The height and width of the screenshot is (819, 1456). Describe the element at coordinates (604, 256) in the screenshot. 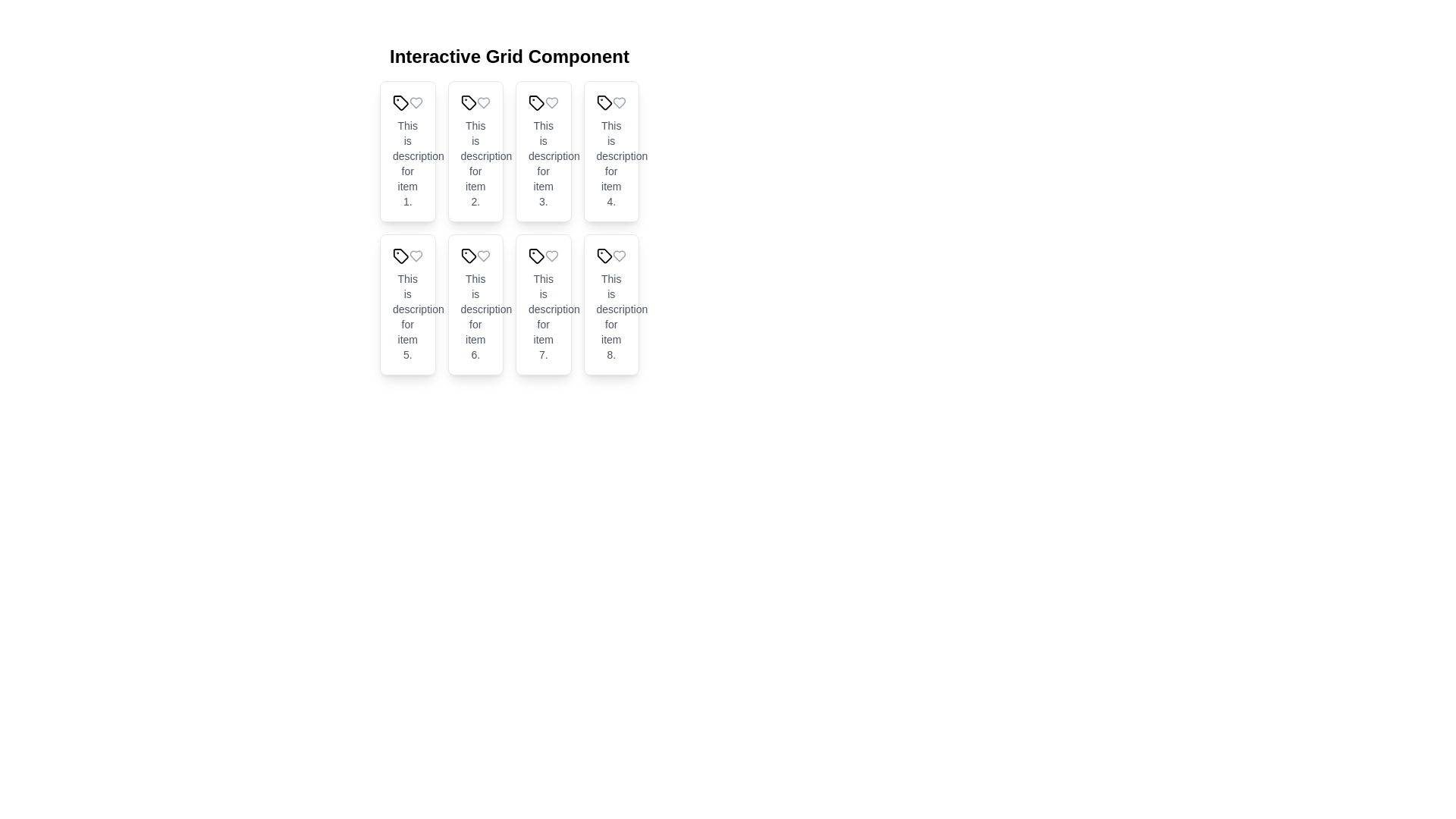

I see `the decorative icon located in the bottom right corner of the 'Interactive Grid Component', which is part of the last card associated with 'This is description for item 8.'` at that location.